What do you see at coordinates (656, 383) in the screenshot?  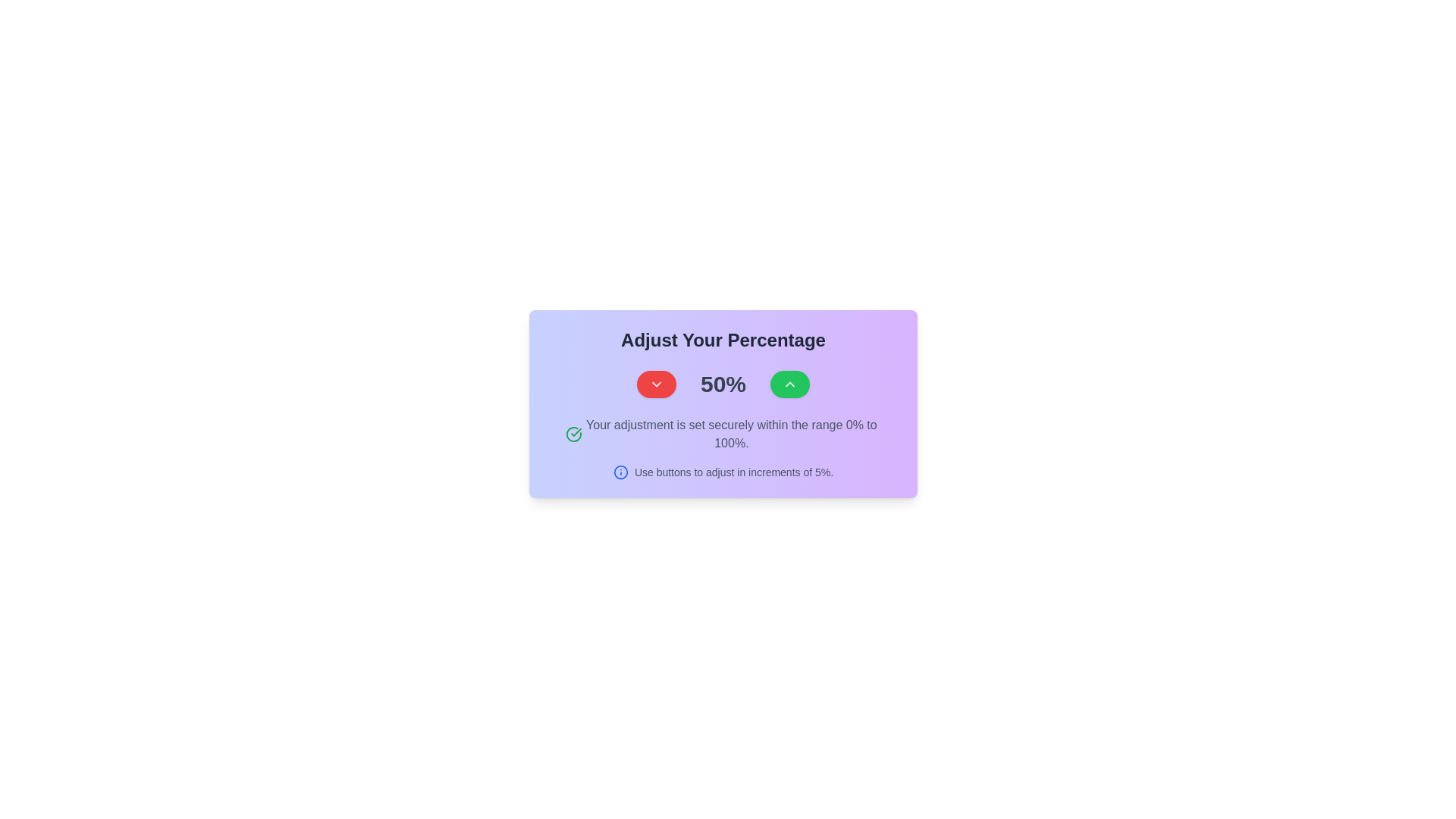 I see `the red circular button with a downward-facing chevron icon for interaction` at bounding box center [656, 383].